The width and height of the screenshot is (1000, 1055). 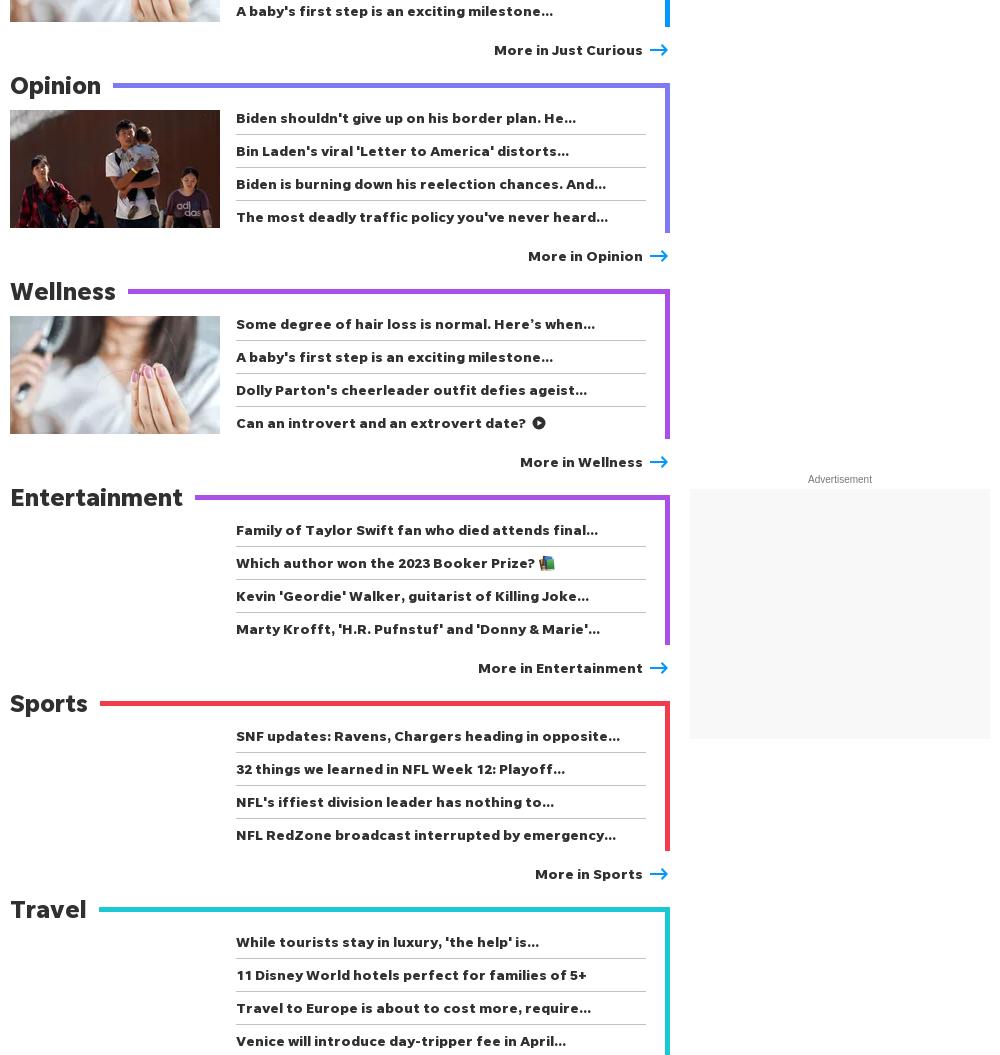 What do you see at coordinates (426, 834) in the screenshot?
I see `'NFL RedZone broadcast interrupted by emergency…'` at bounding box center [426, 834].